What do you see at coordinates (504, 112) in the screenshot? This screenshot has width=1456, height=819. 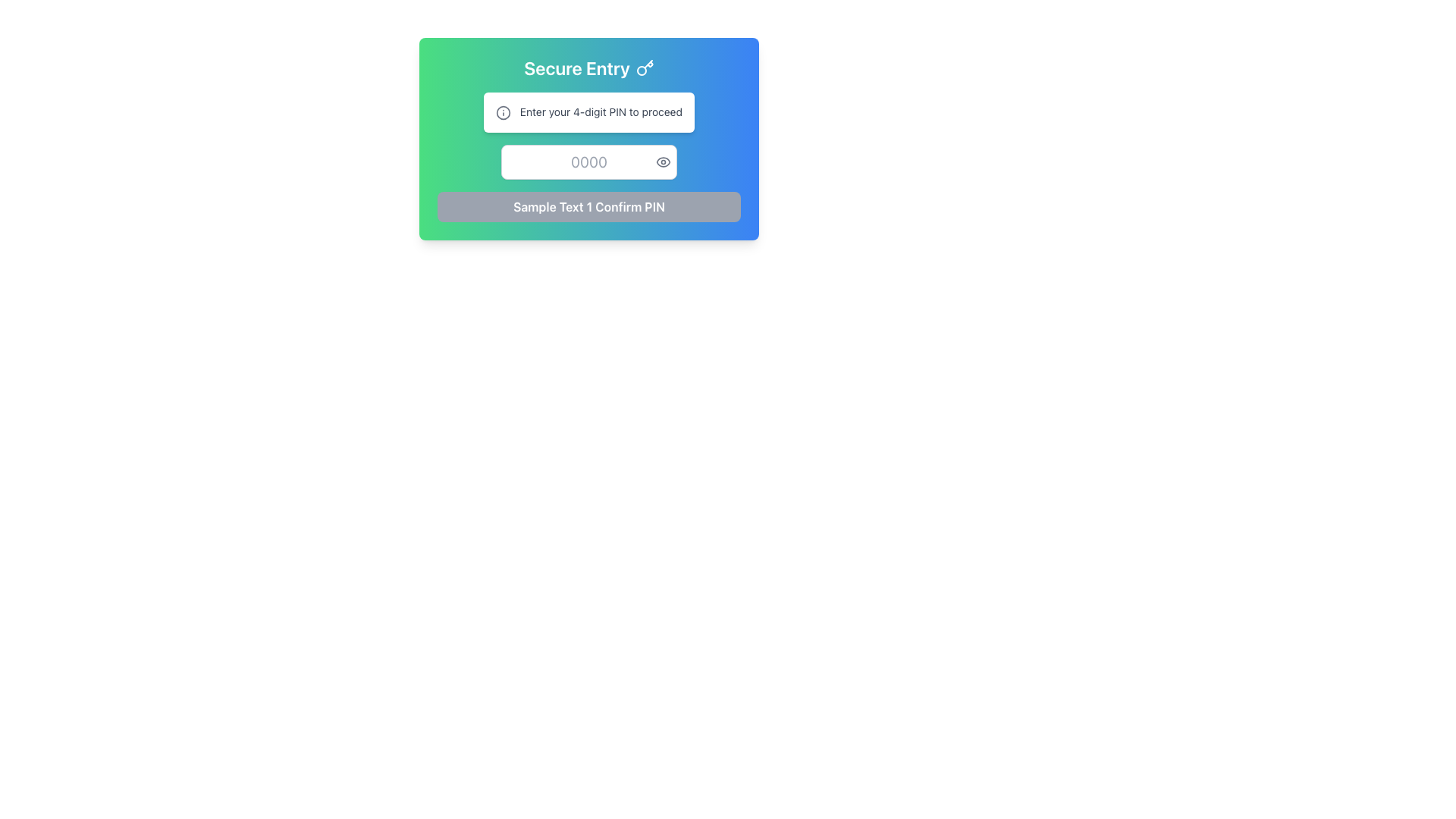 I see `the informational icon located to the immediate left of the text 'Enter your 4-digit PIN to proceed'` at bounding box center [504, 112].